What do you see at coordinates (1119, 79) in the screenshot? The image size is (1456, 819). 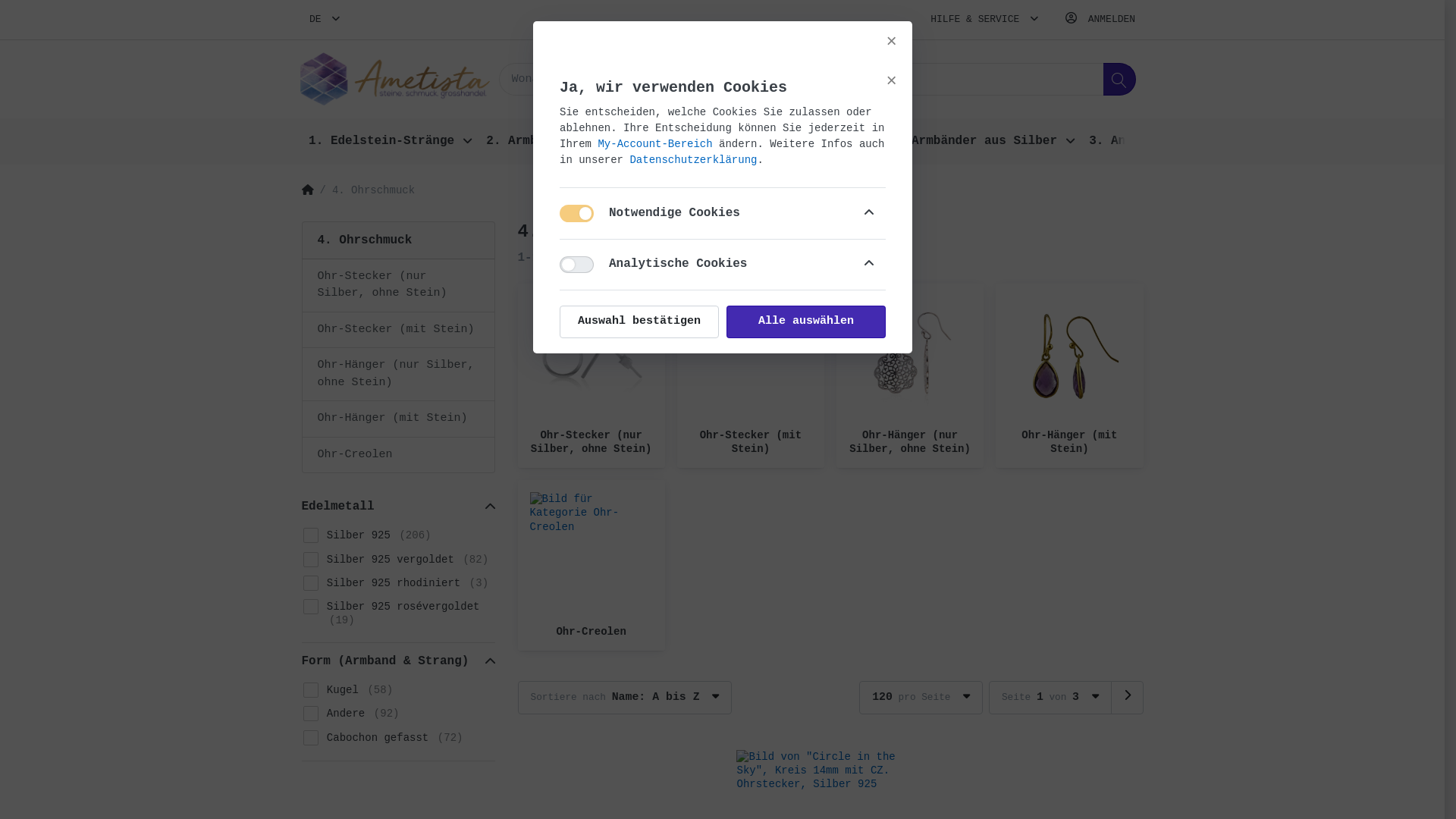 I see `'Suchen'` at bounding box center [1119, 79].